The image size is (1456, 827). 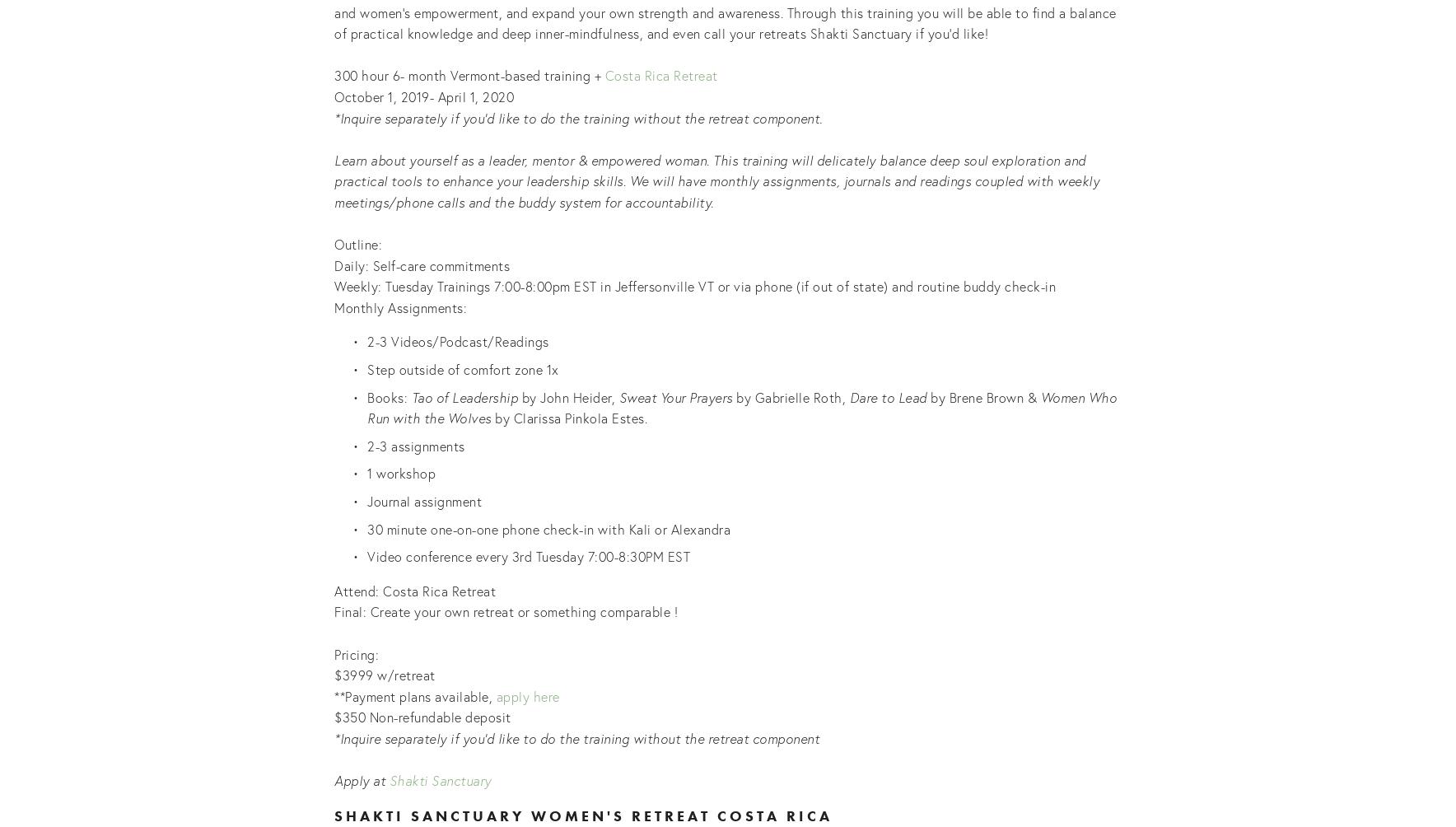 What do you see at coordinates (674, 395) in the screenshot?
I see `'Sweat Your Prayers'` at bounding box center [674, 395].